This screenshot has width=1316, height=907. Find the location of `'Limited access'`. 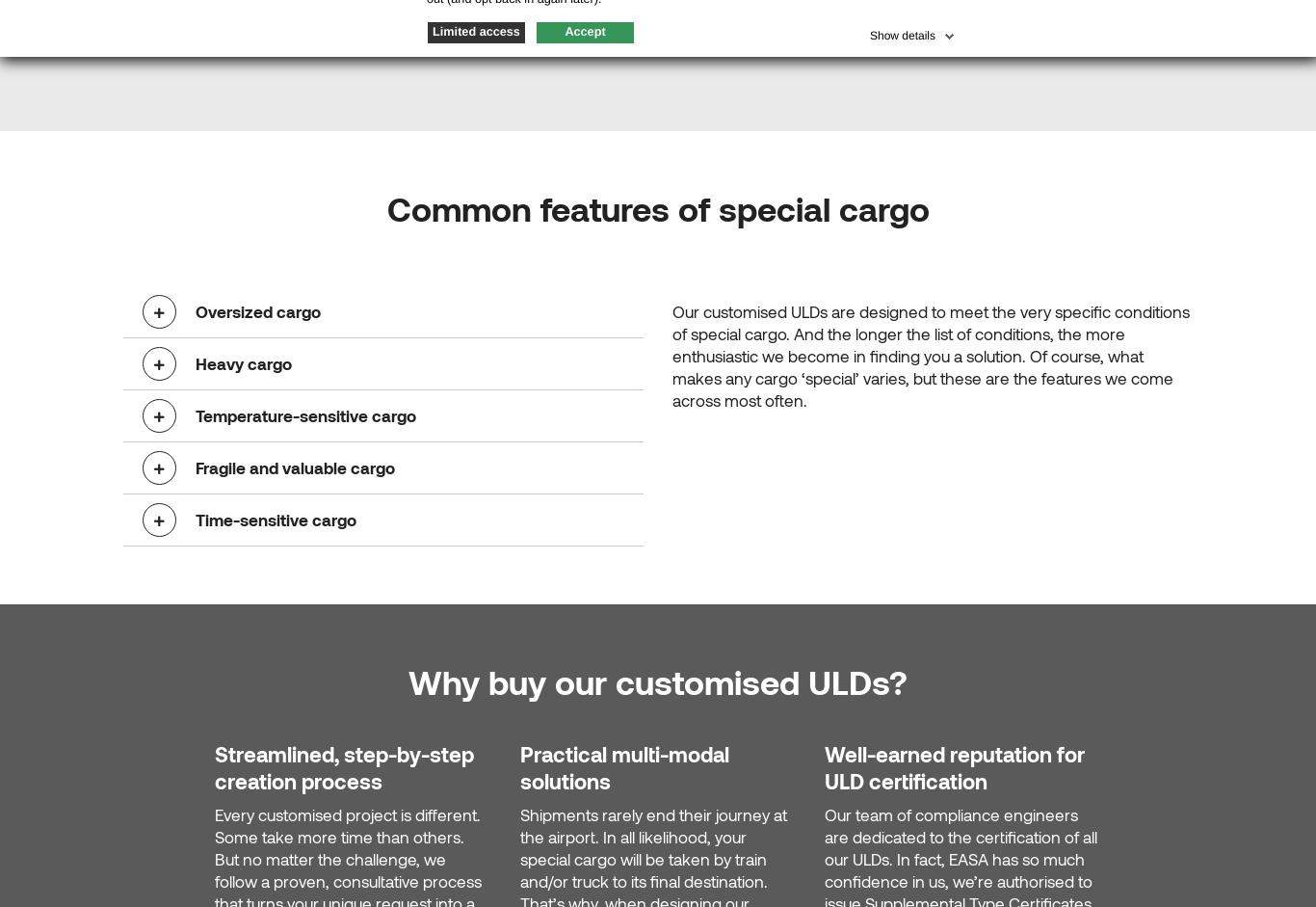

'Limited access' is located at coordinates (475, 32).